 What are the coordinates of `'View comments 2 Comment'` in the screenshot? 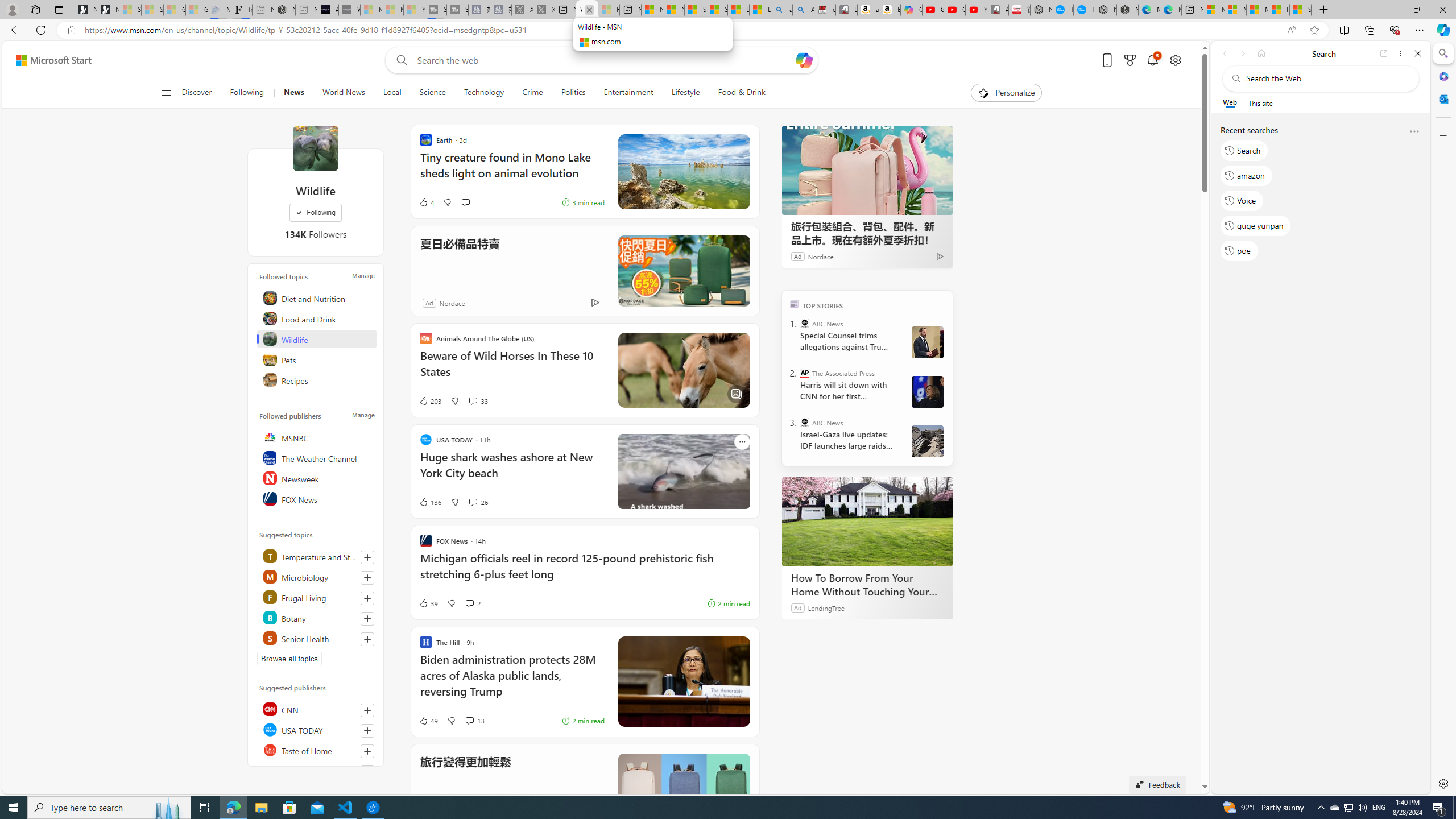 It's located at (471, 603).